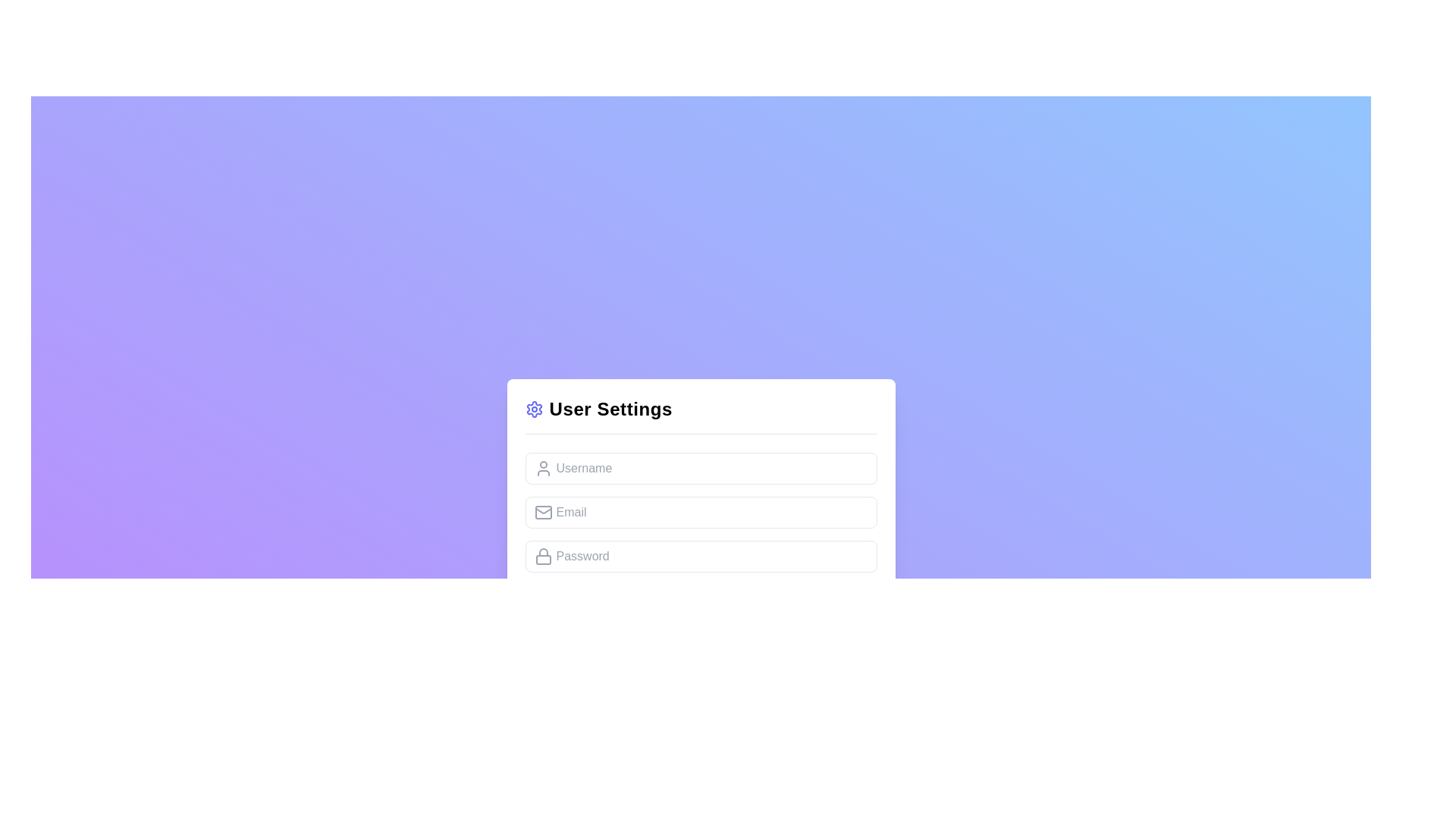 The image size is (1456, 819). What do you see at coordinates (534, 408) in the screenshot?
I see `the user settings icon located at the top-left corner of the 'User Settings' section, preceding the title text` at bounding box center [534, 408].